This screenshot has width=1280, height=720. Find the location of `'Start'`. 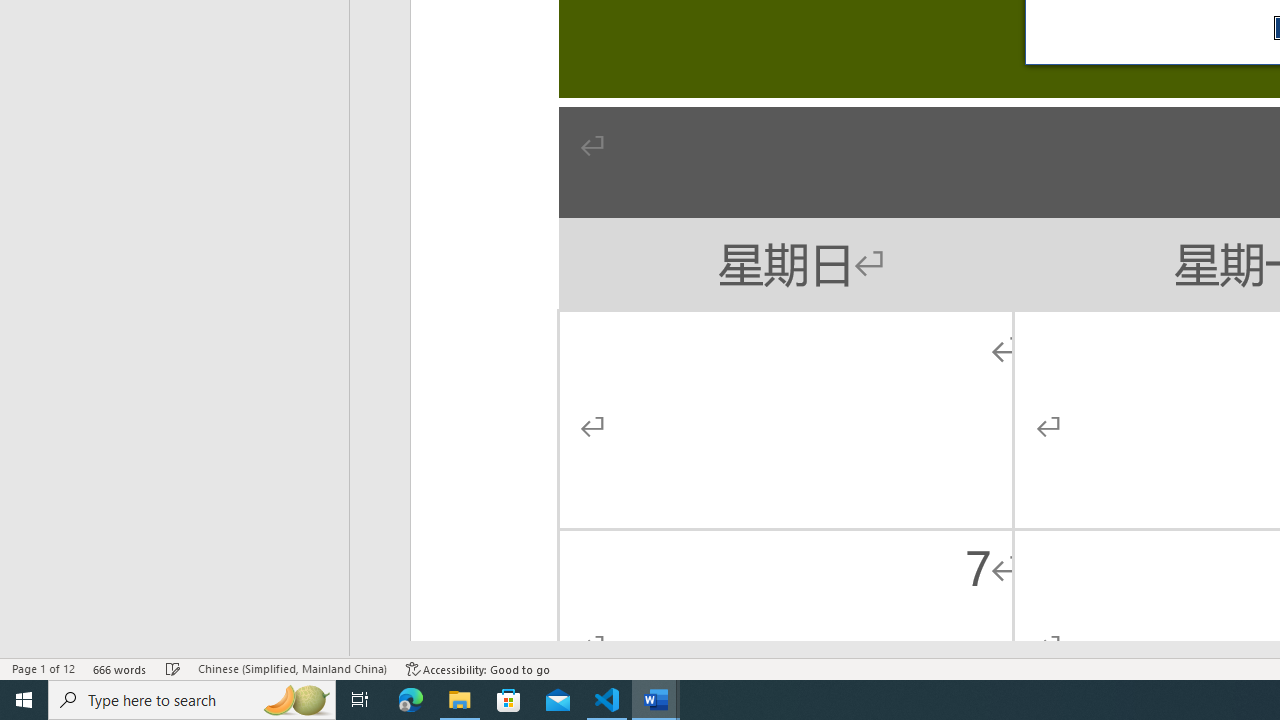

'Start' is located at coordinates (24, 698).